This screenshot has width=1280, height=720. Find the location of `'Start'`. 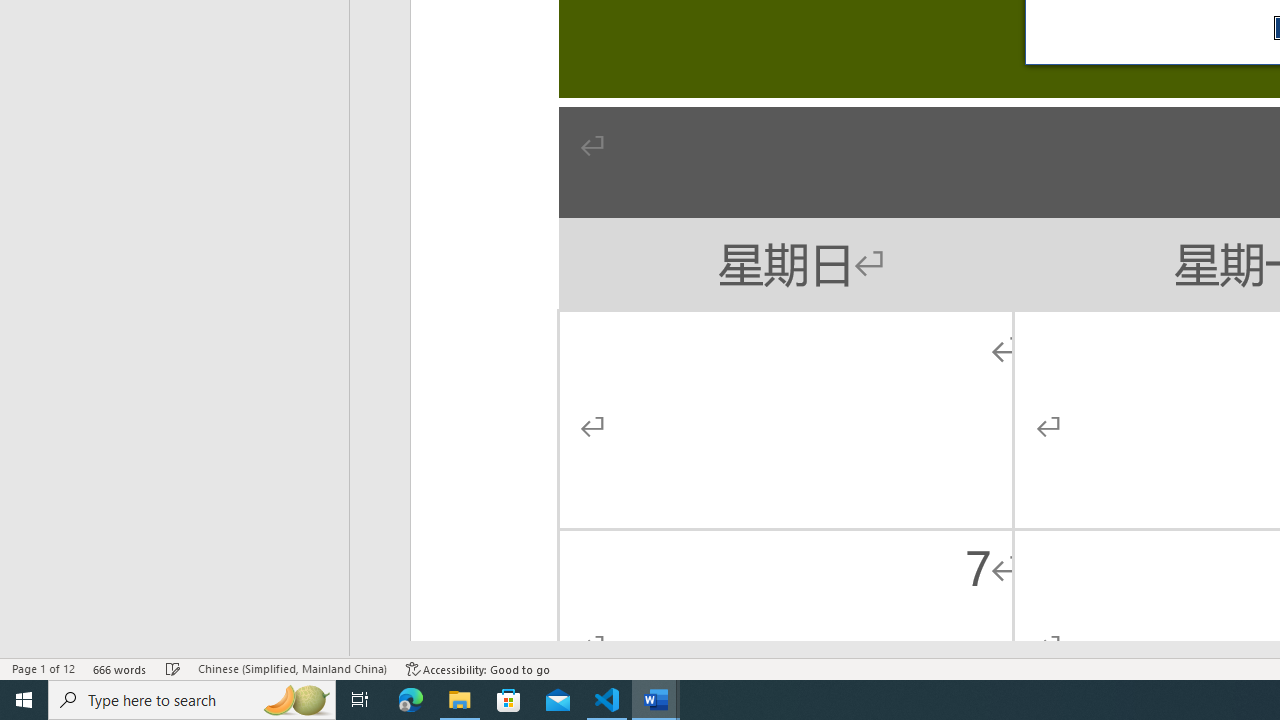

'Start' is located at coordinates (24, 698).